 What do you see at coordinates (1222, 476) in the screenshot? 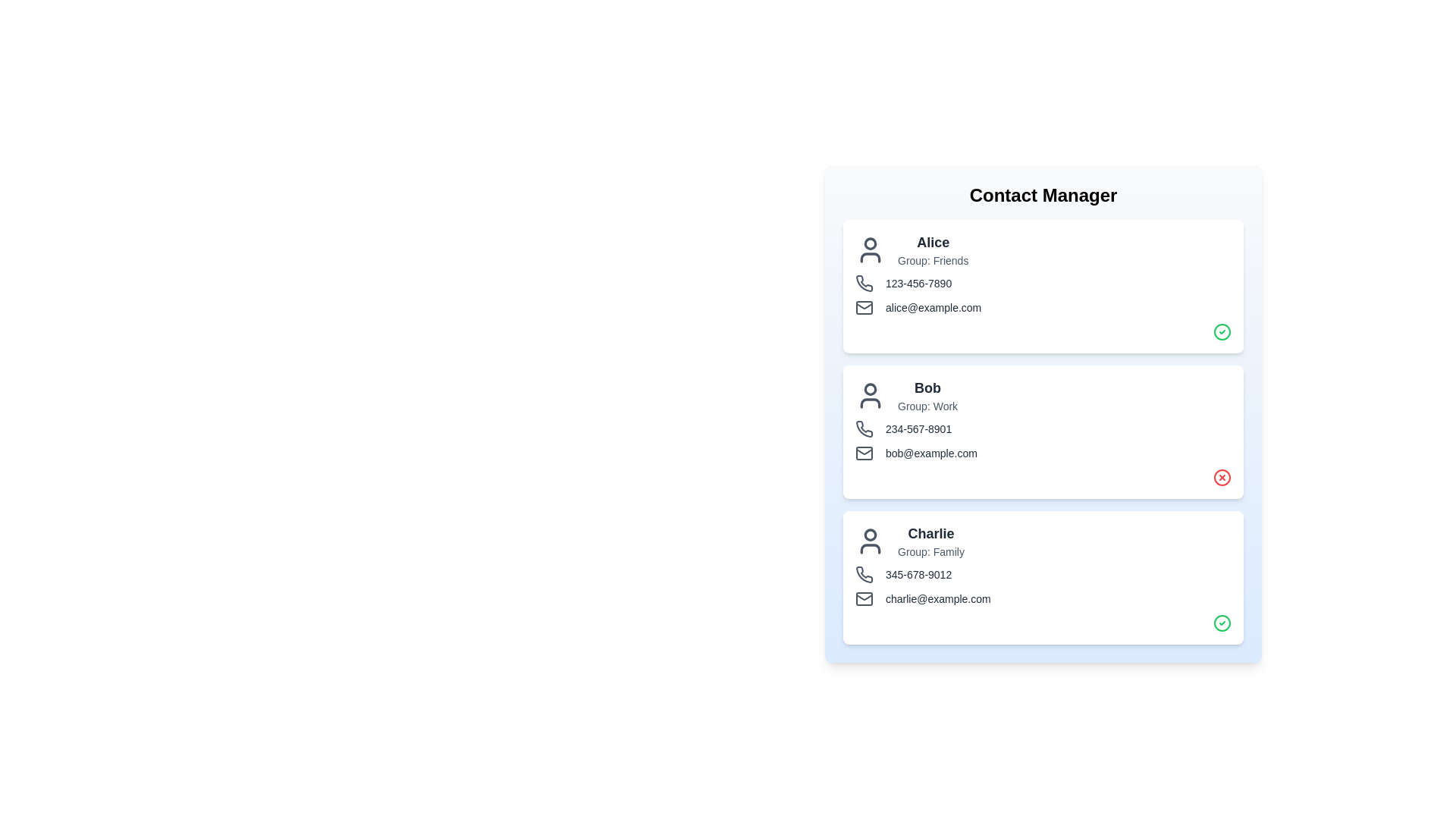
I see `the verification icon for Bob` at bounding box center [1222, 476].